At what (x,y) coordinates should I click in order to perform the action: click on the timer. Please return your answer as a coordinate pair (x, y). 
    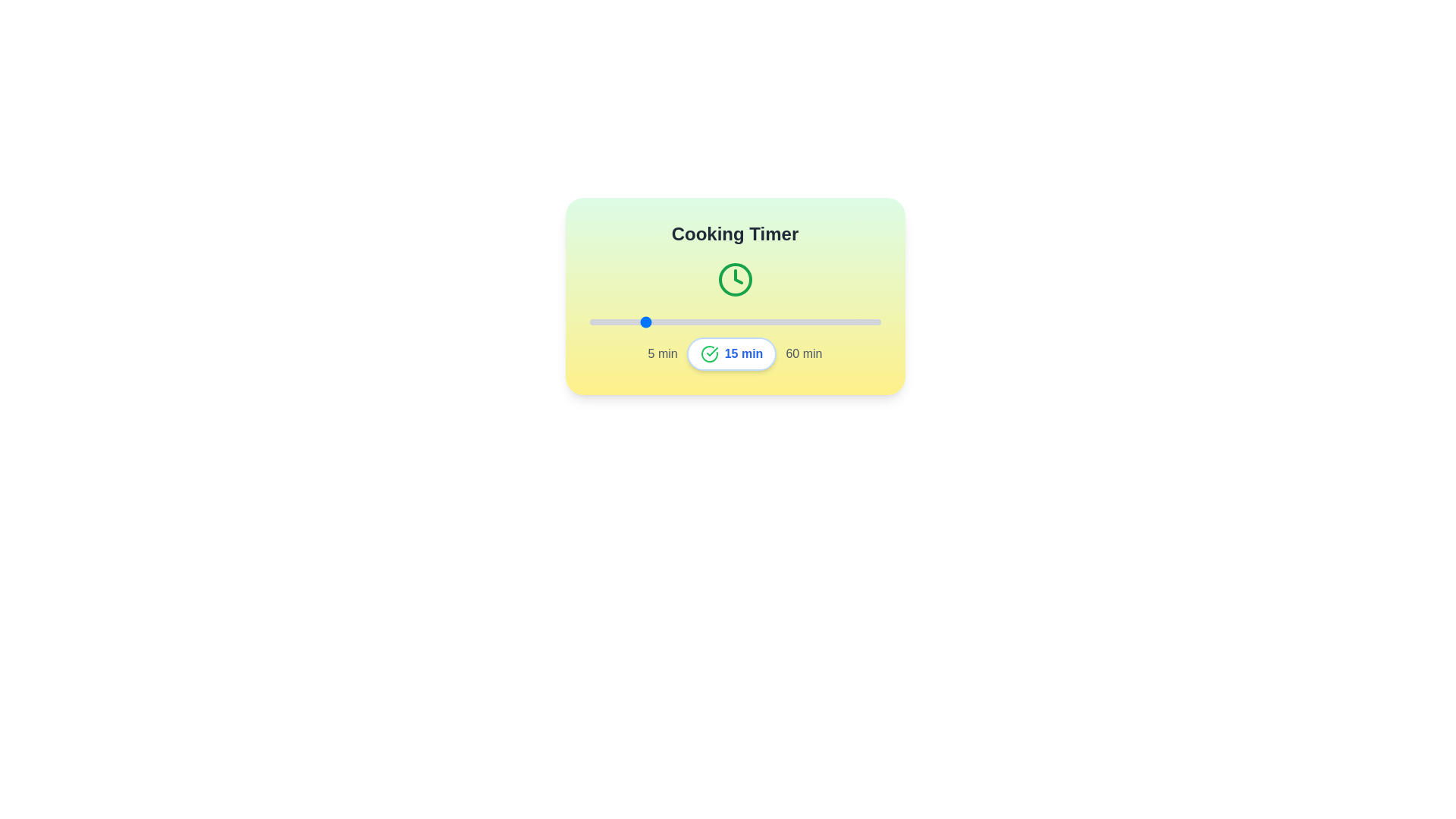
    Looking at the image, I should click on (832, 321).